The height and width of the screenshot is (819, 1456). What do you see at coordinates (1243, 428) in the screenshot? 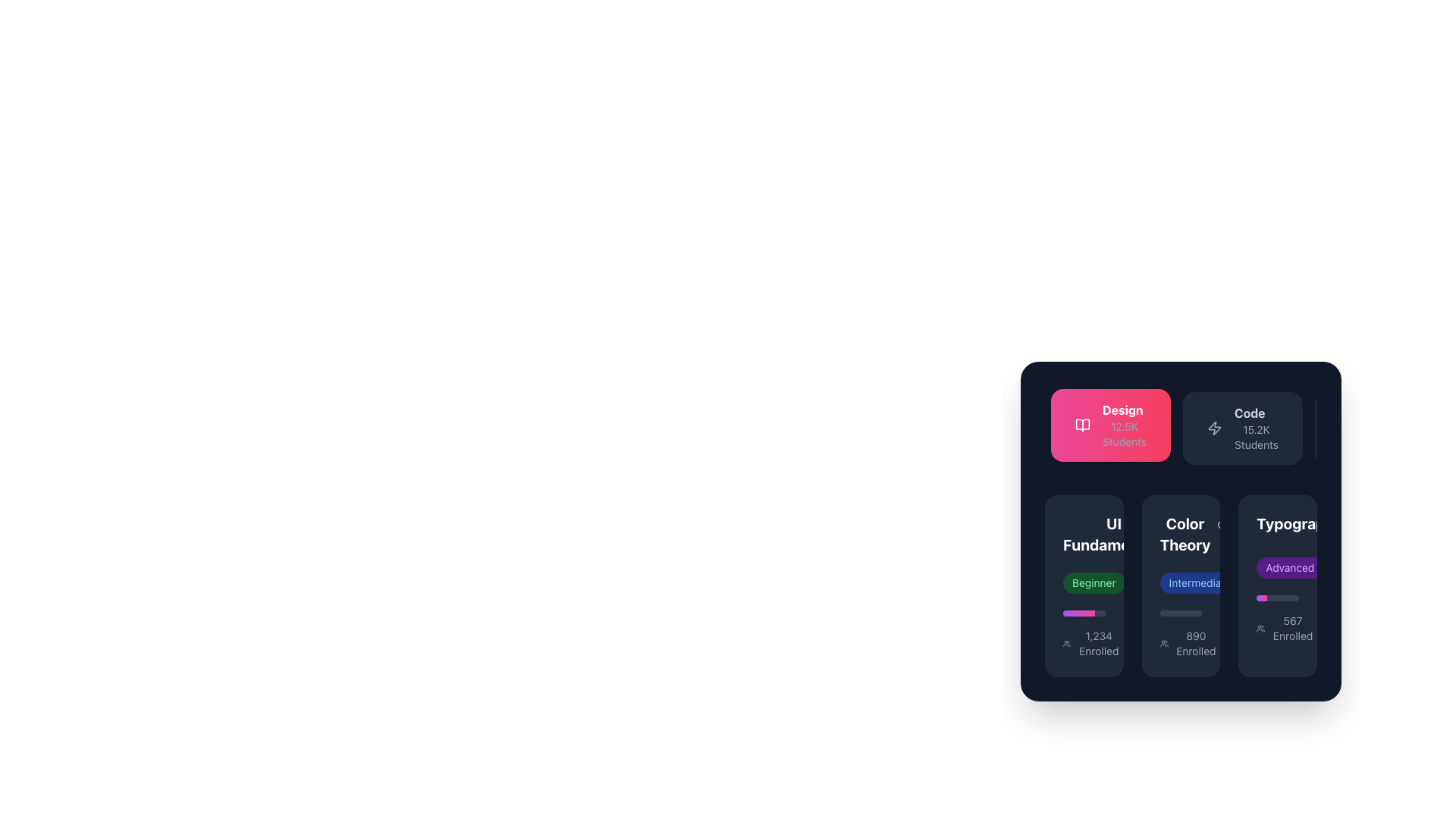
I see `the card representing the 'Code' category, which is the second card in a horizontal list of selectable categories` at bounding box center [1243, 428].